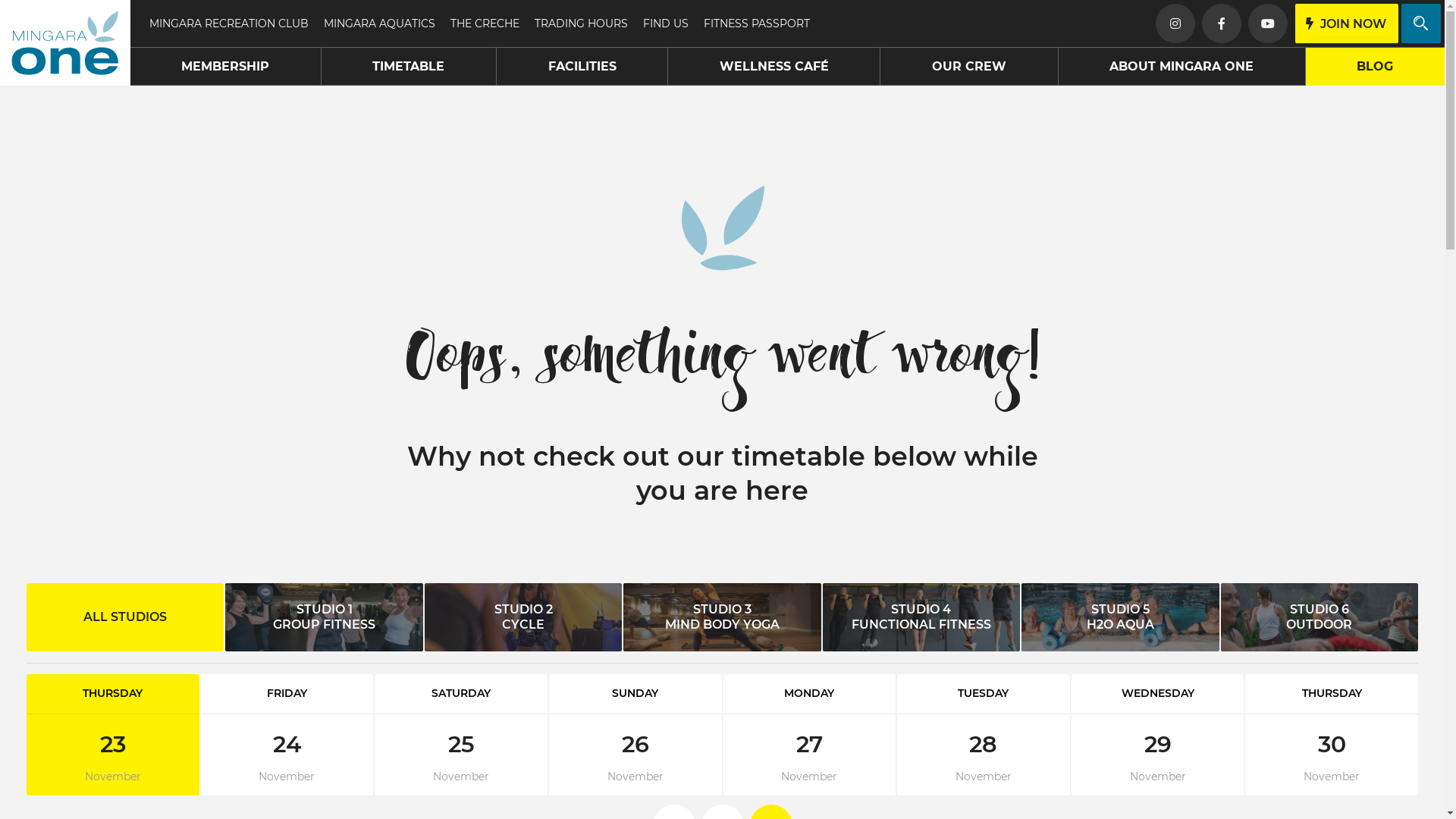 Image resolution: width=1456 pixels, height=819 pixels. I want to click on 'TUESDAY, so click(983, 733).